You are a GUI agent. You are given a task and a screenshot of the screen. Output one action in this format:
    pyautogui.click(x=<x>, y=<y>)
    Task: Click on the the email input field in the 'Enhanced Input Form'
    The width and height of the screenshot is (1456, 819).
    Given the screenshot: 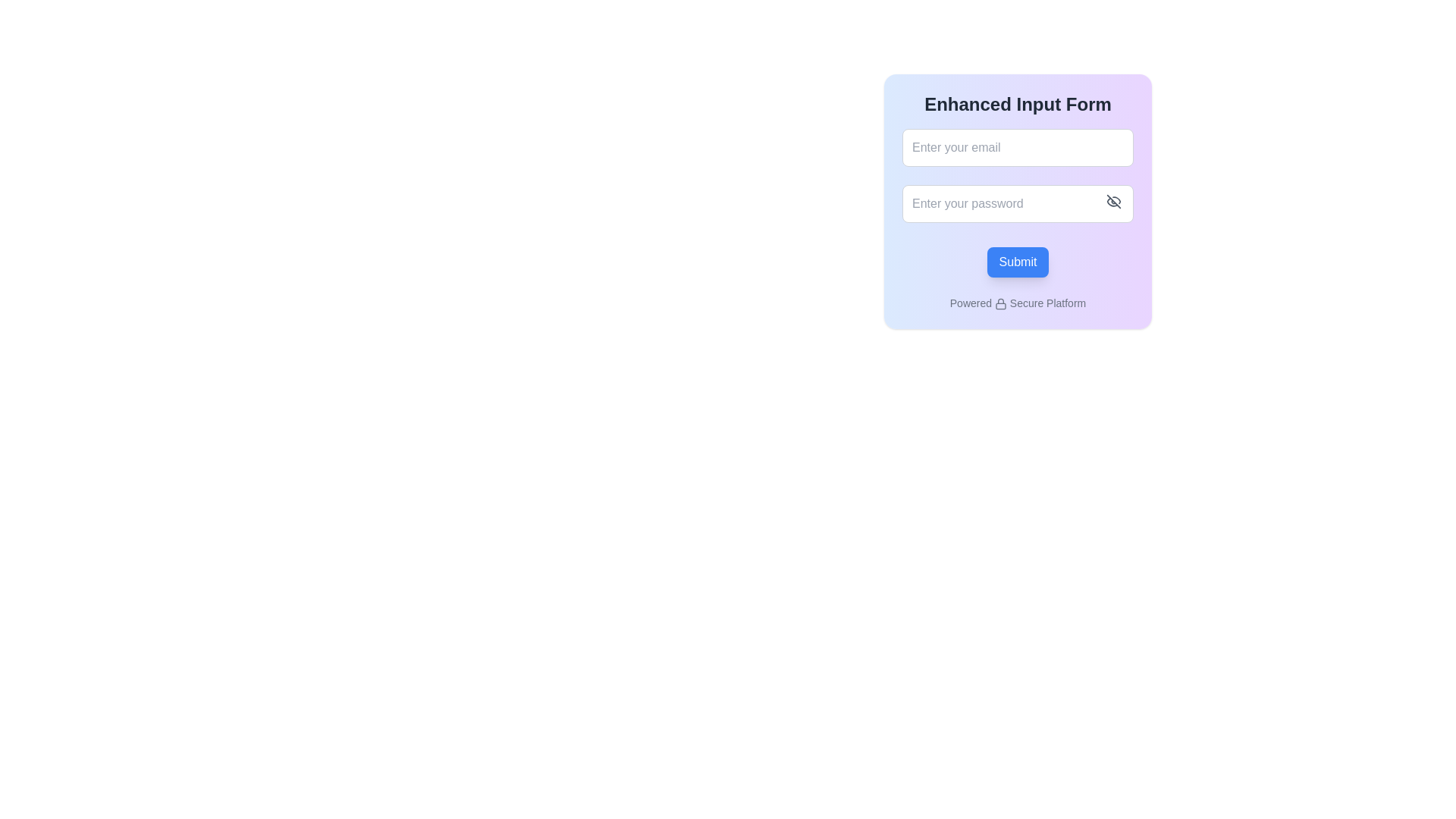 What is the action you would take?
    pyautogui.click(x=1018, y=148)
    